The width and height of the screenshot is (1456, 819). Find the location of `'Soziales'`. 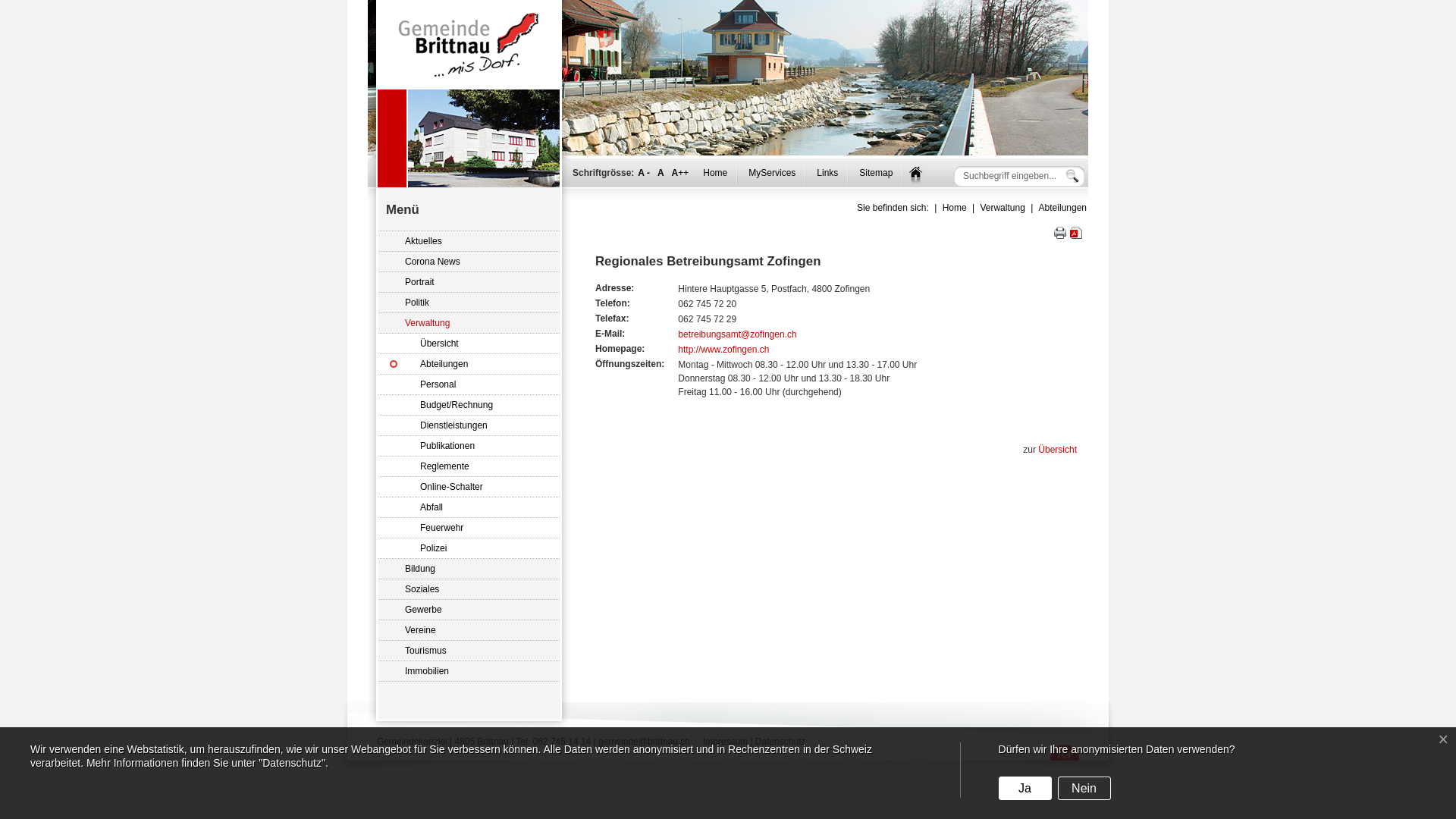

'Soziales' is located at coordinates (378, 588).